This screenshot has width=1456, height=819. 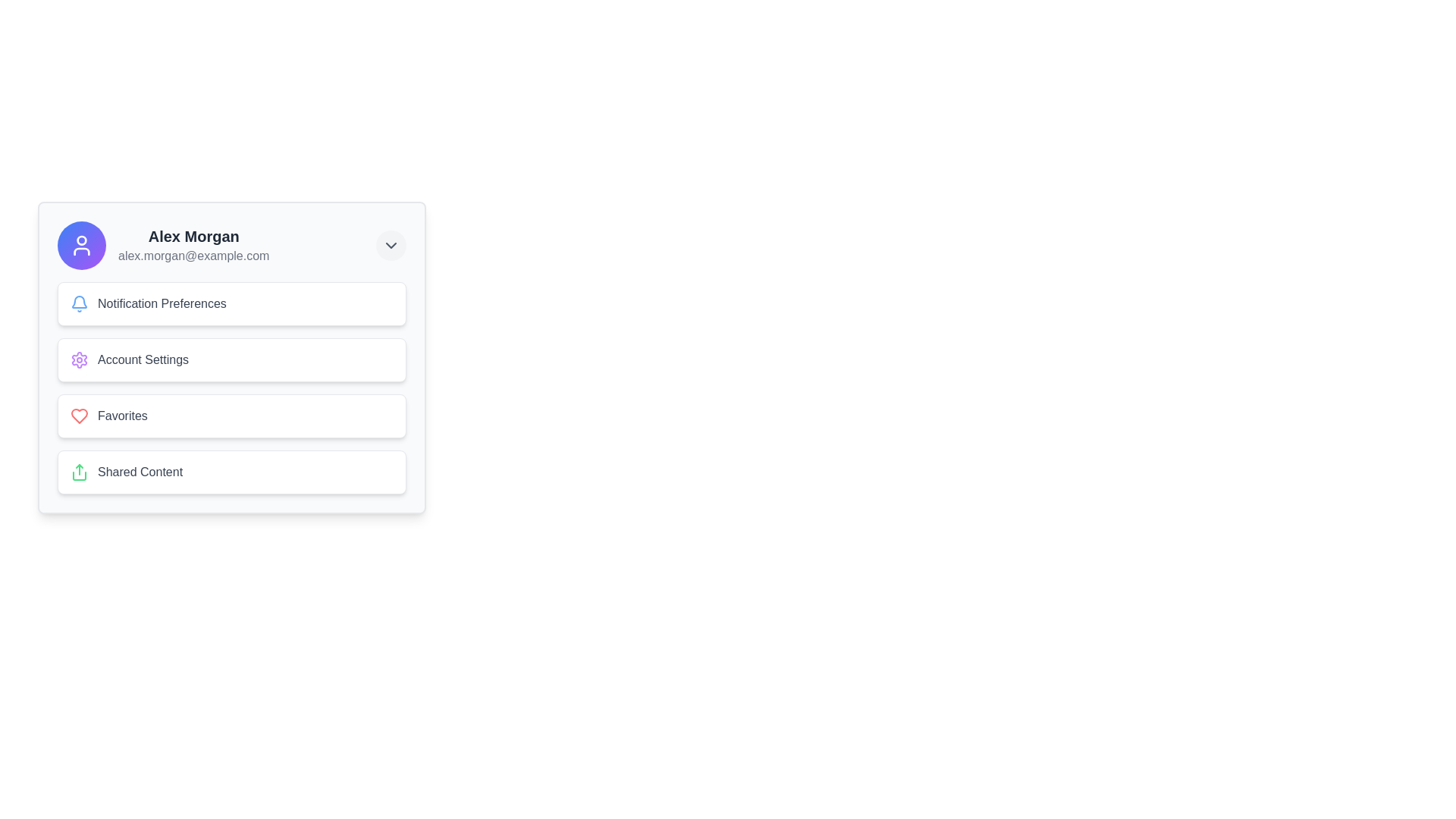 I want to click on the green share icon located to the left of the 'Shared Content' text in the fourth item of the main vertical list, so click(x=79, y=472).